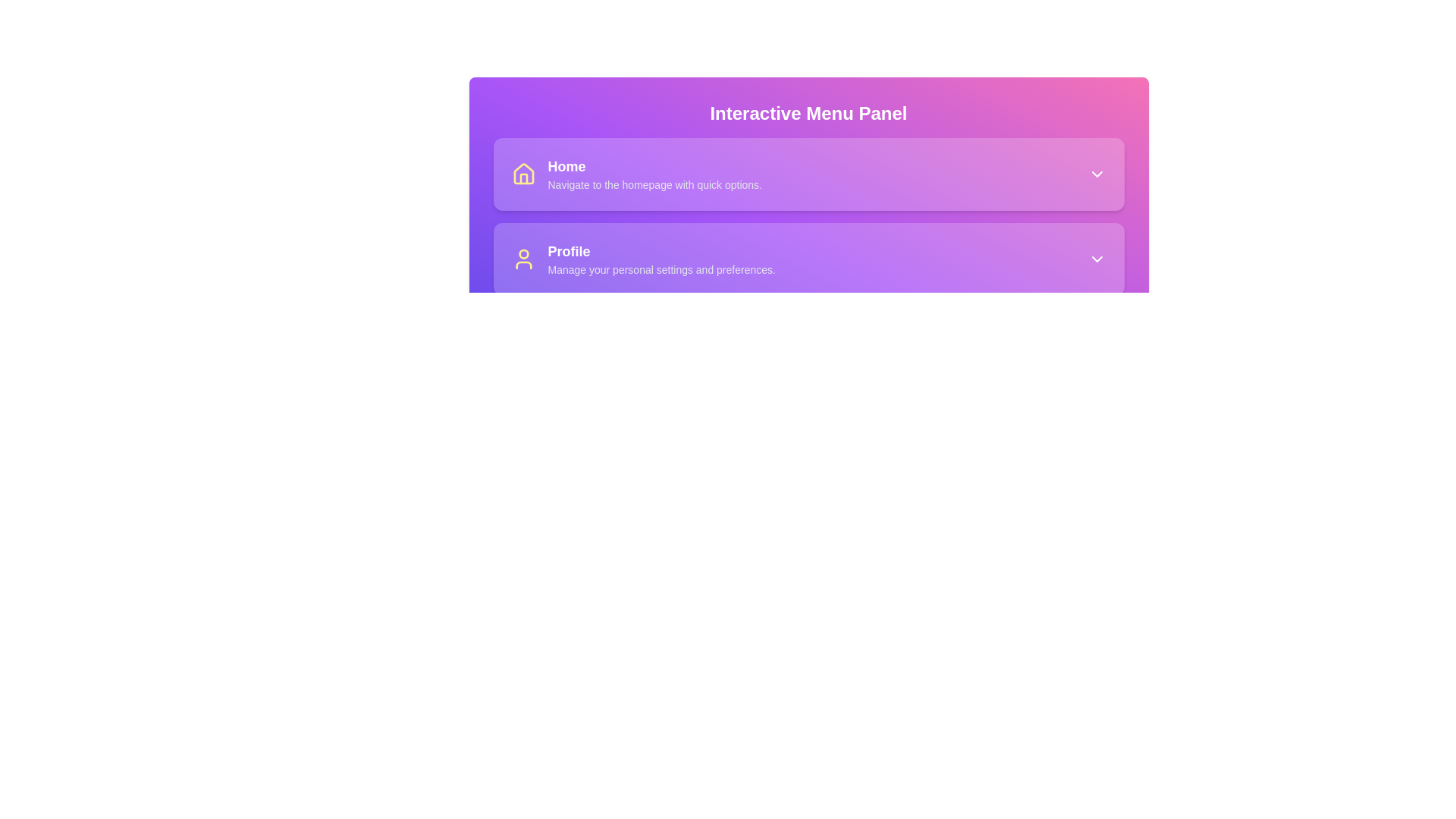 The image size is (1456, 819). I want to click on the graphical home icon component located in the top-left corner of the menu panel, so click(523, 177).